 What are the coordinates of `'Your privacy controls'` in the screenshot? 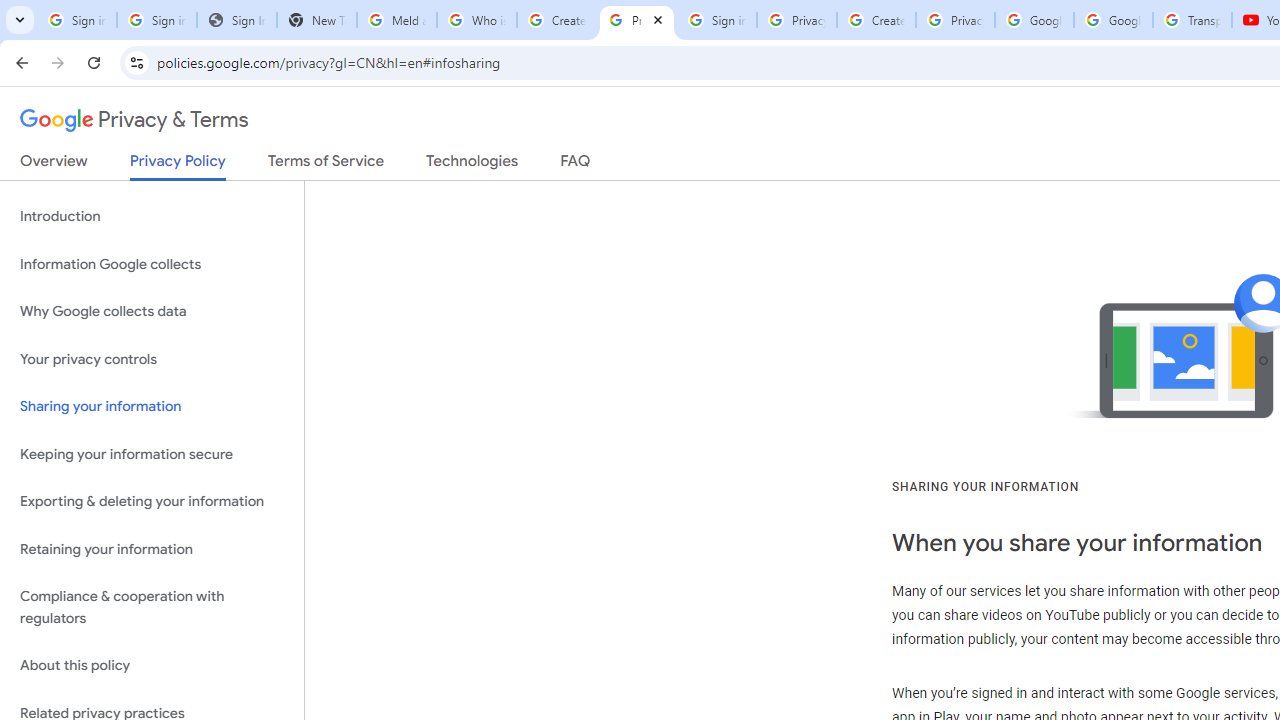 It's located at (151, 358).